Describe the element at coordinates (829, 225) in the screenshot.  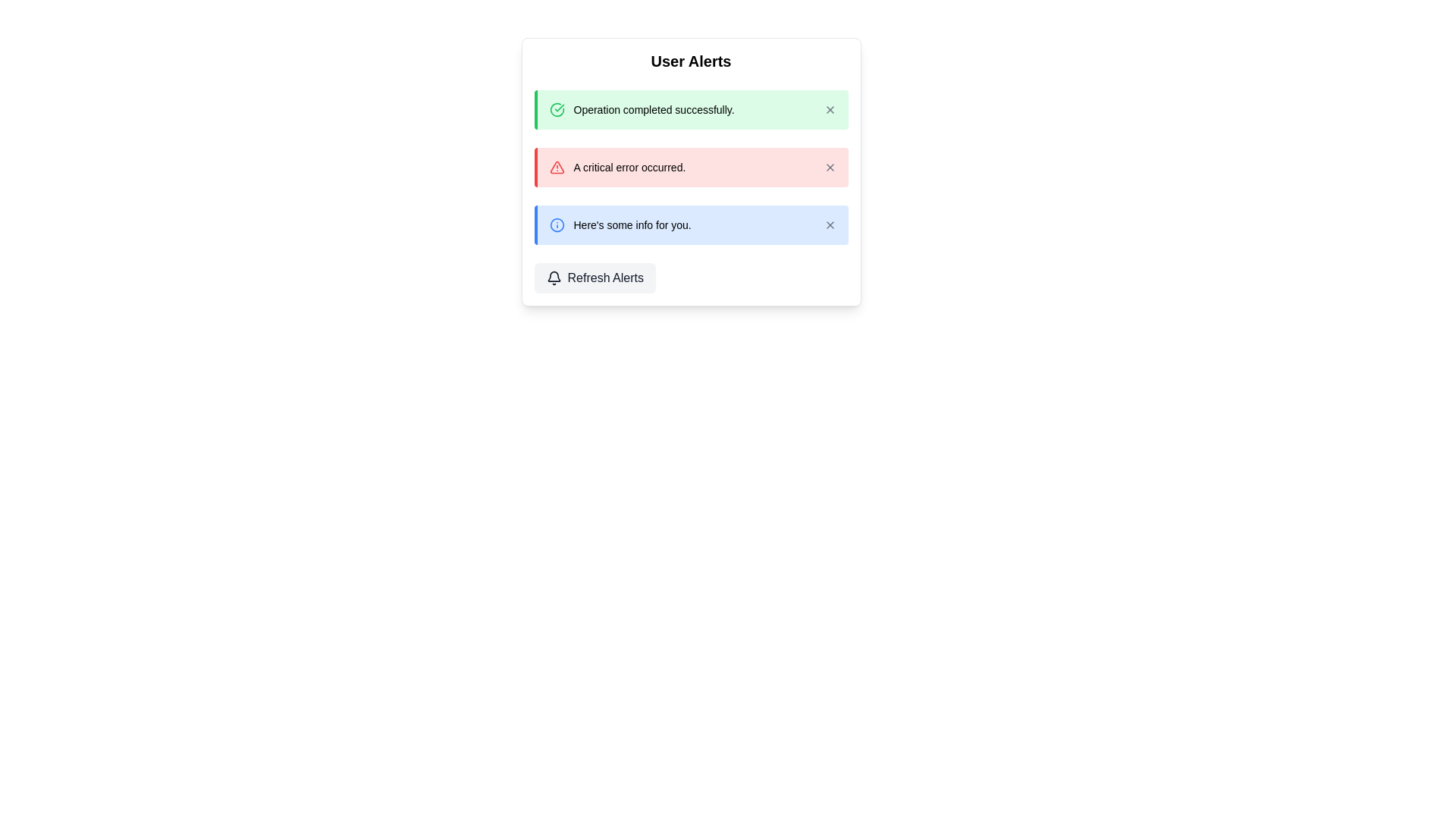
I see `the close button styled as an 'X' located in the top-right corner of the blue information alert box that contains the text 'Here's some info for you.'` at that location.